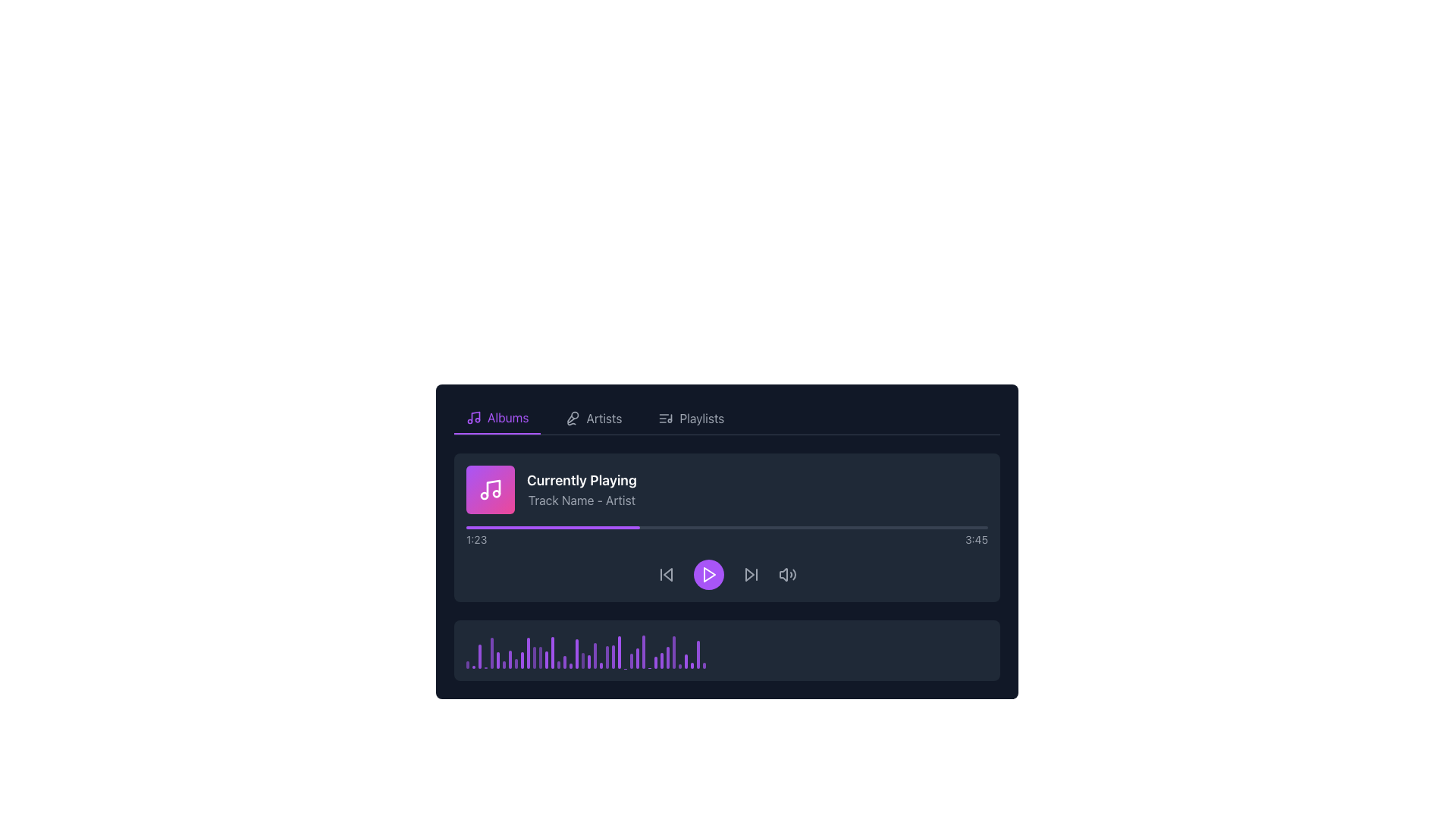  What do you see at coordinates (667, 575) in the screenshot?
I see `the leftmost 'skip back' icon in the playback controls bar` at bounding box center [667, 575].